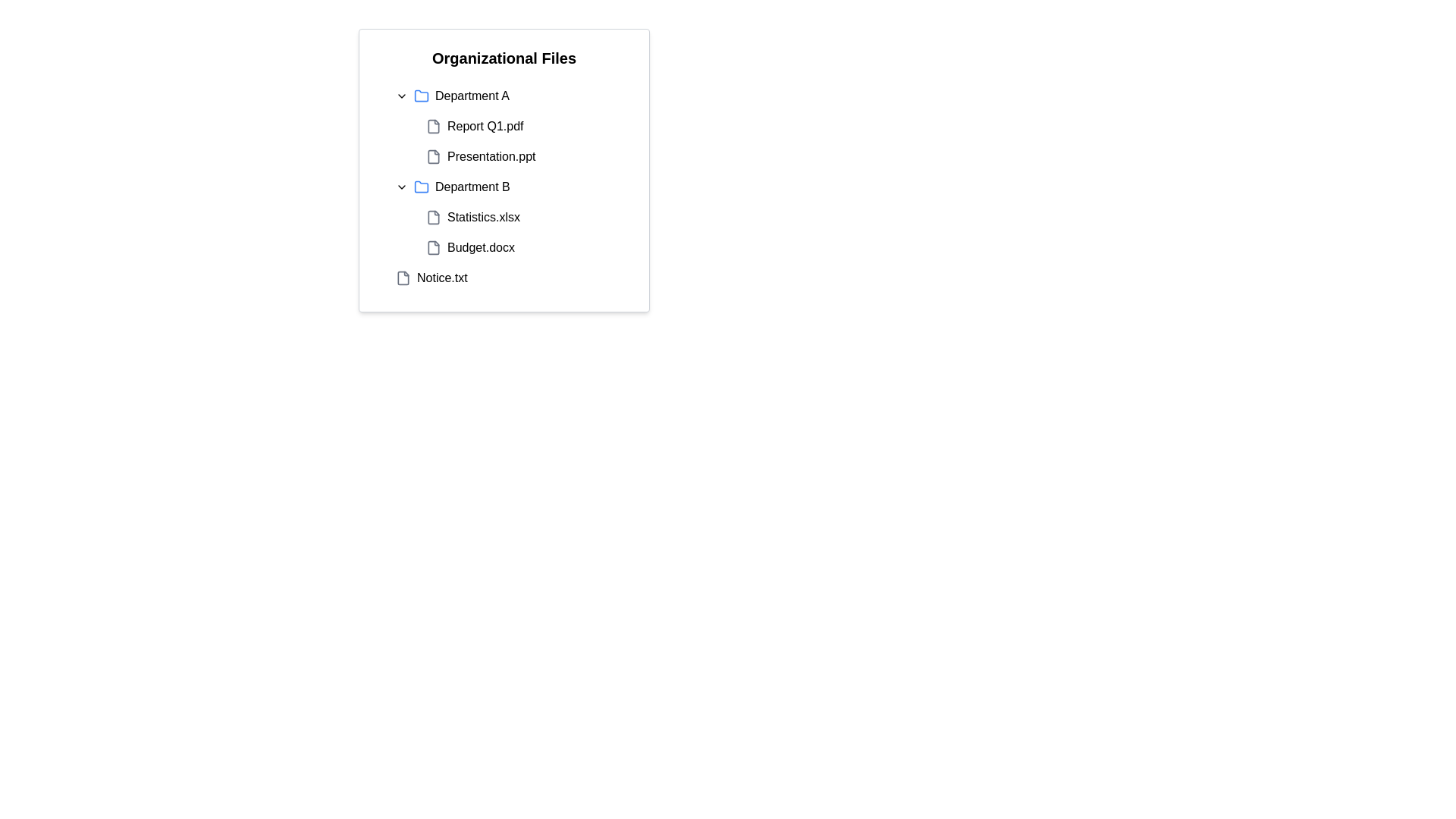 The height and width of the screenshot is (819, 1456). Describe the element at coordinates (441, 278) in the screenshot. I see `the text label 'Notice.txt' in the file directory interface` at that location.